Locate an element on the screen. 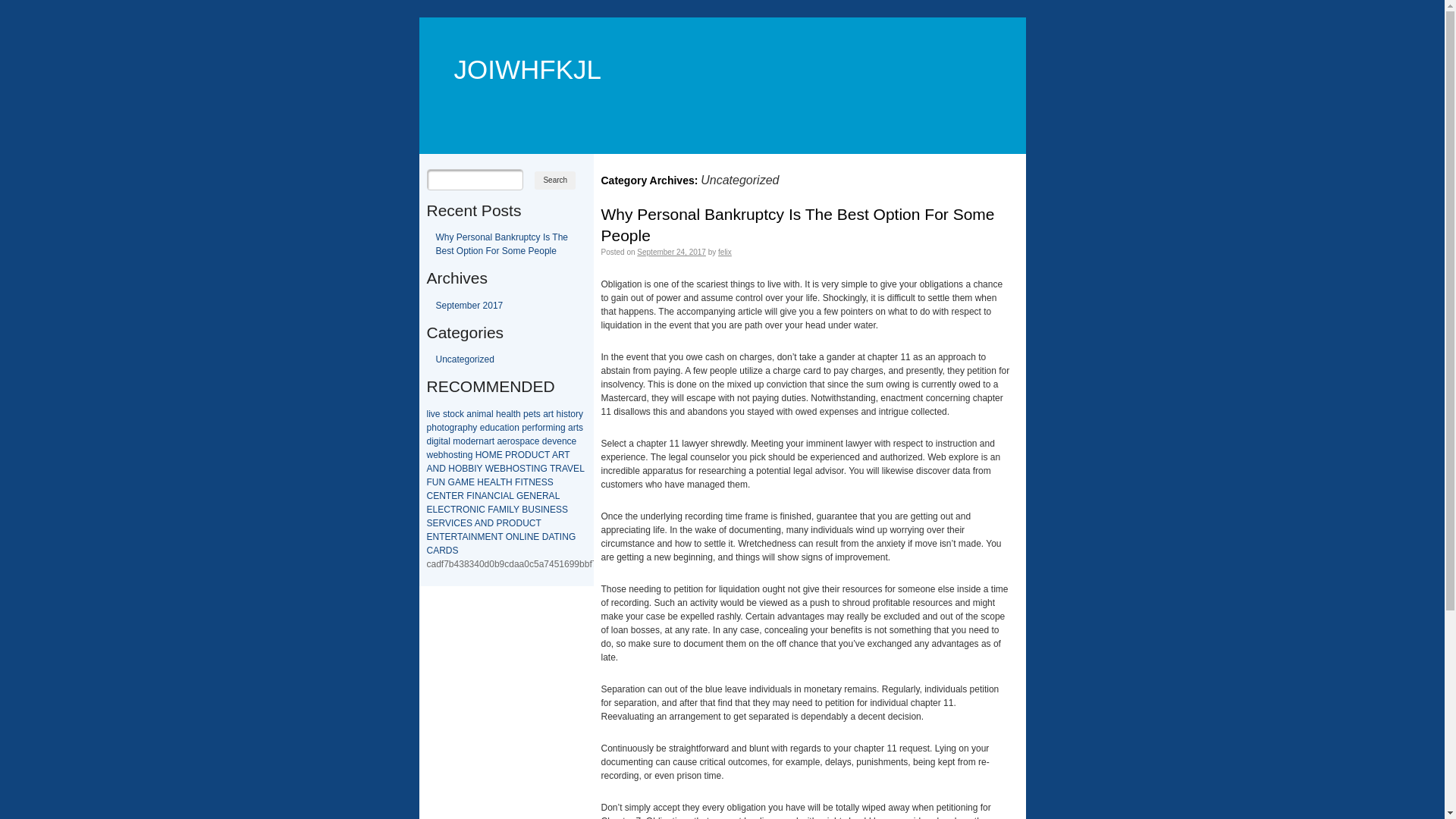 The width and height of the screenshot is (1456, 819). 'a' is located at coordinates (502, 427).